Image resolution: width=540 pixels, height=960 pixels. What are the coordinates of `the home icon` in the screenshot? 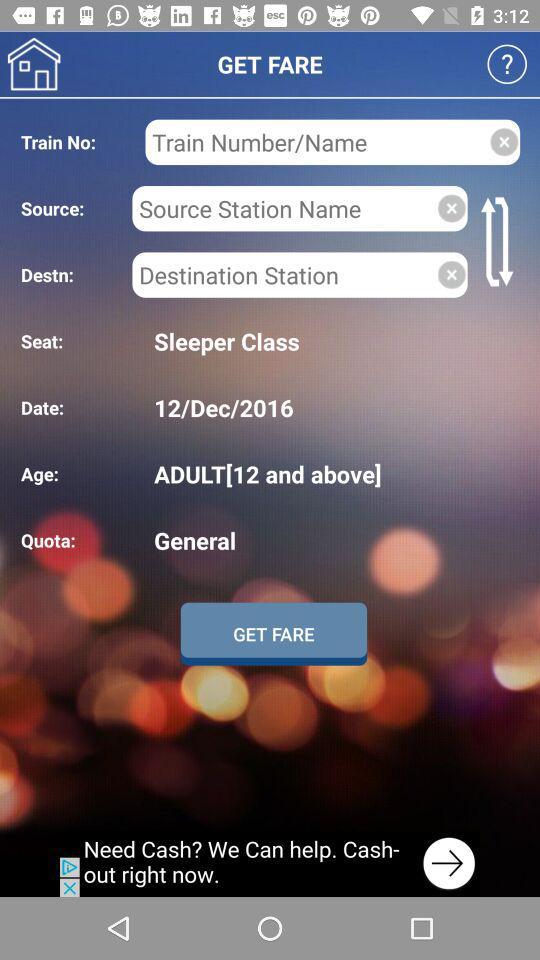 It's located at (33, 64).